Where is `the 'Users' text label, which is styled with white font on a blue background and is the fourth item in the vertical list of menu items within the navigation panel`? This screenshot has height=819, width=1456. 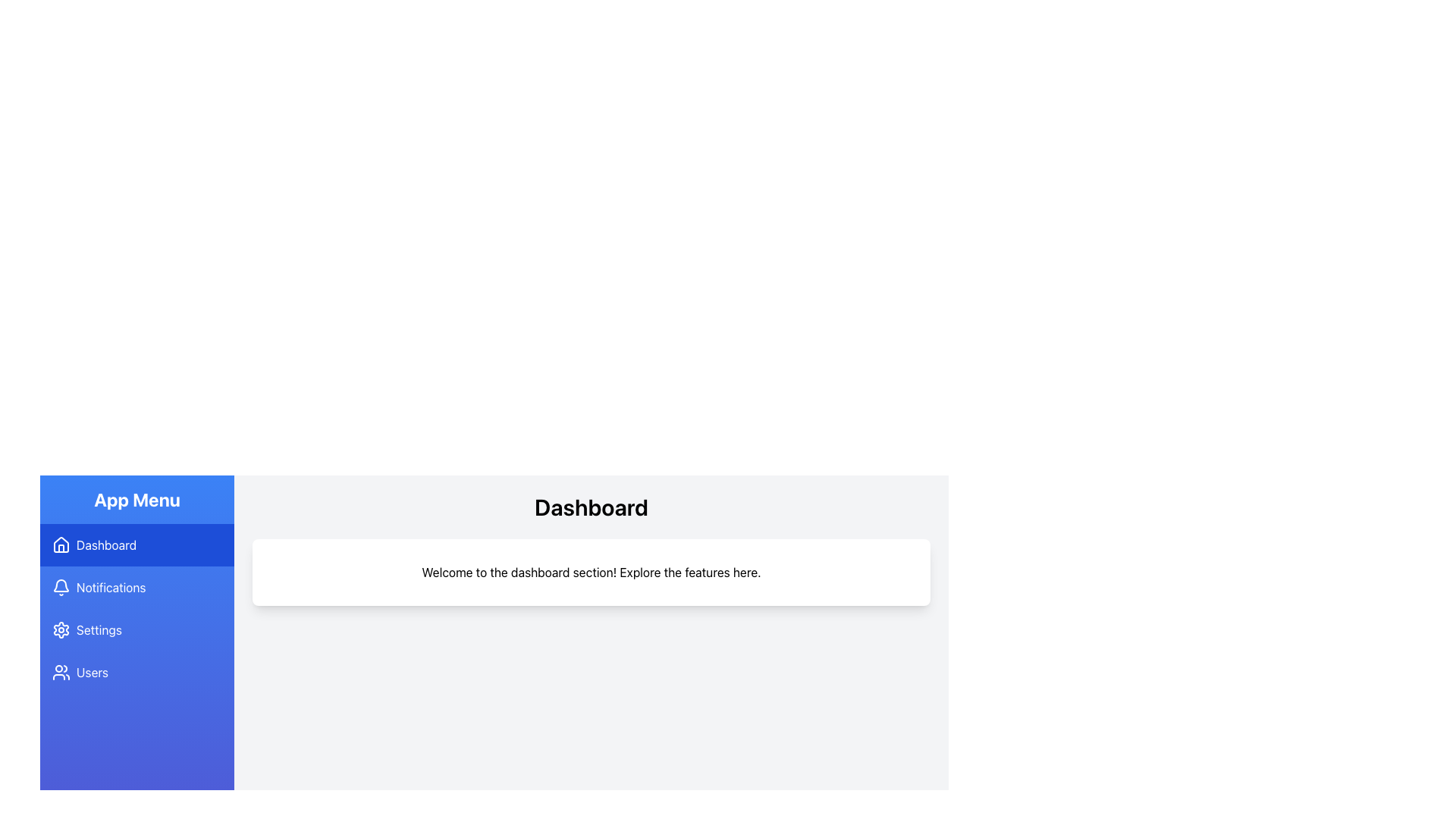
the 'Users' text label, which is styled with white font on a blue background and is the fourth item in the vertical list of menu items within the navigation panel is located at coordinates (92, 672).